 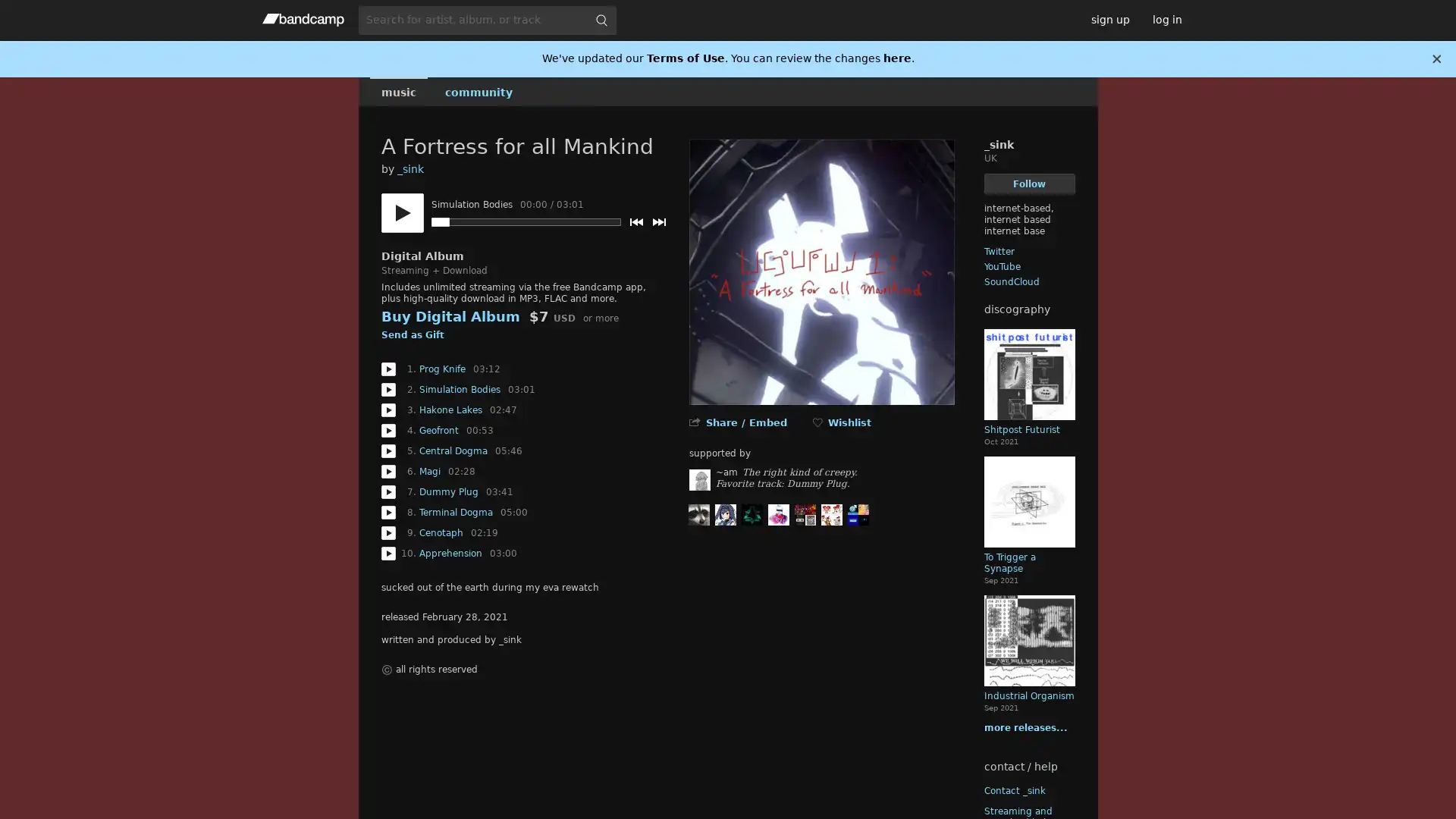 What do you see at coordinates (658, 222) in the screenshot?
I see `Next track` at bounding box center [658, 222].